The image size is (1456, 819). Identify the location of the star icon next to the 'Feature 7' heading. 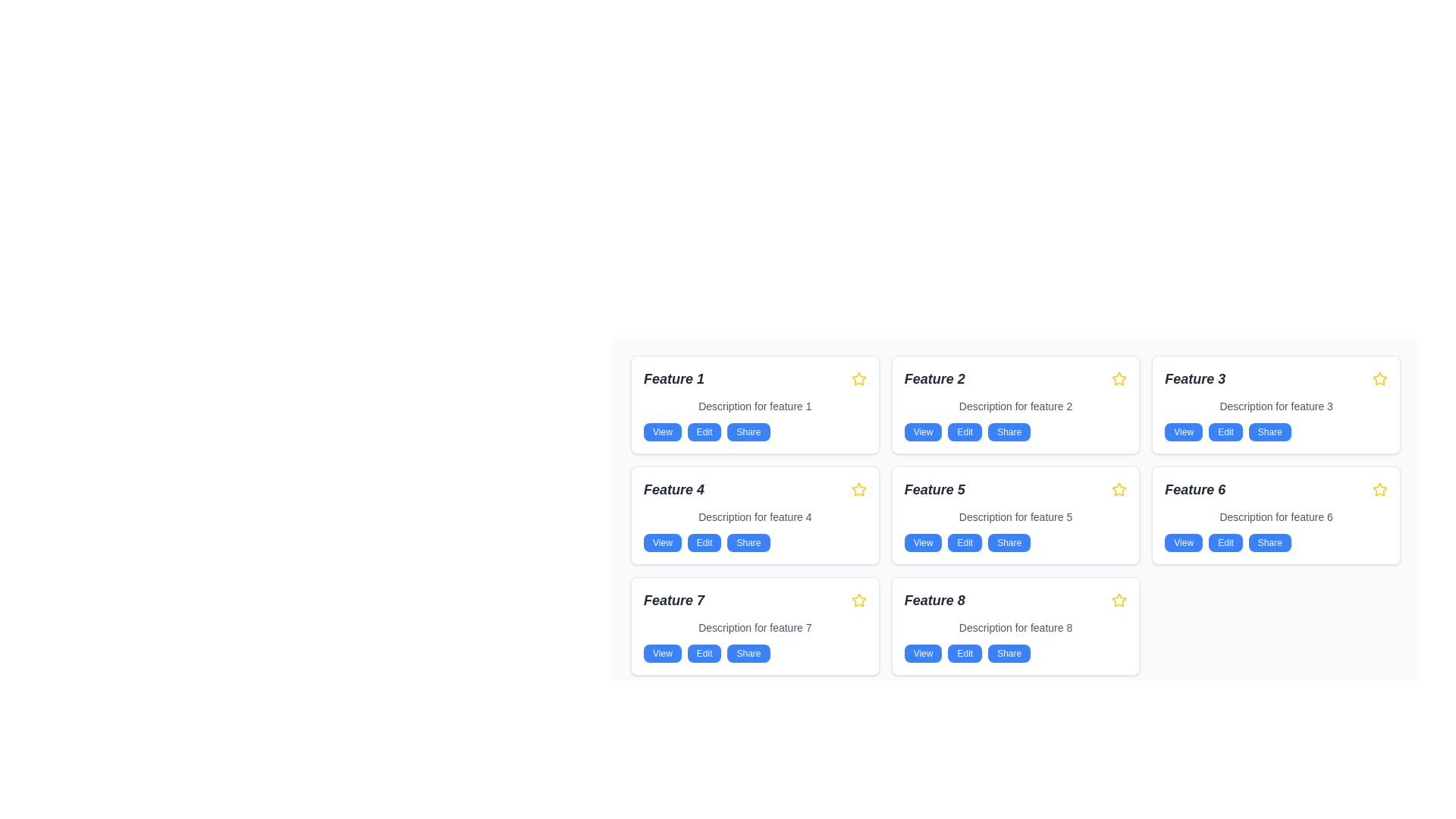
(858, 599).